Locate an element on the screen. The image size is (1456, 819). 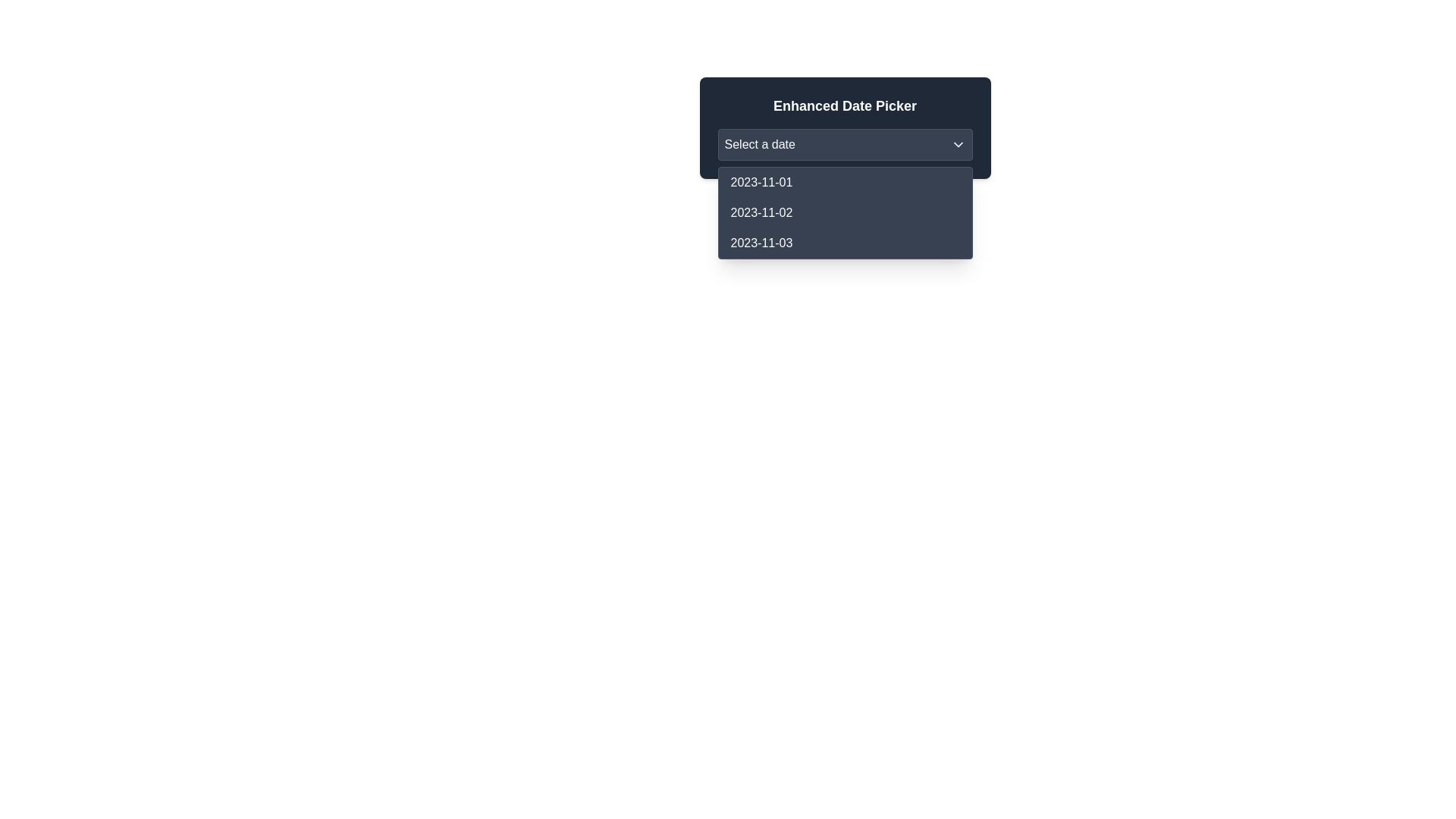
the first item in the dropdown menu is located at coordinates (844, 181).